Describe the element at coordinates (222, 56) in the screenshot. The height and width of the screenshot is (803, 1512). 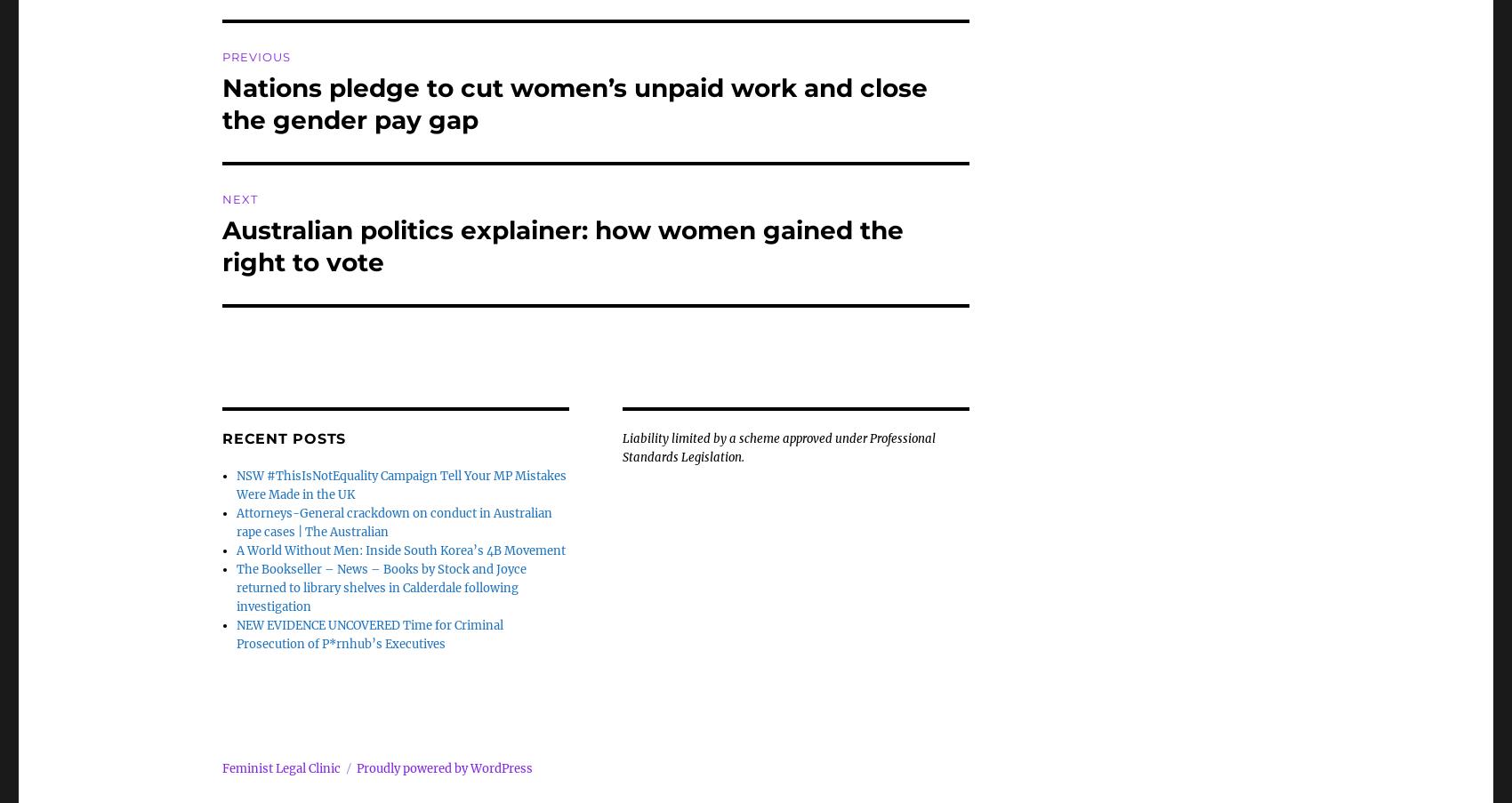
I see `'Previous'` at that location.